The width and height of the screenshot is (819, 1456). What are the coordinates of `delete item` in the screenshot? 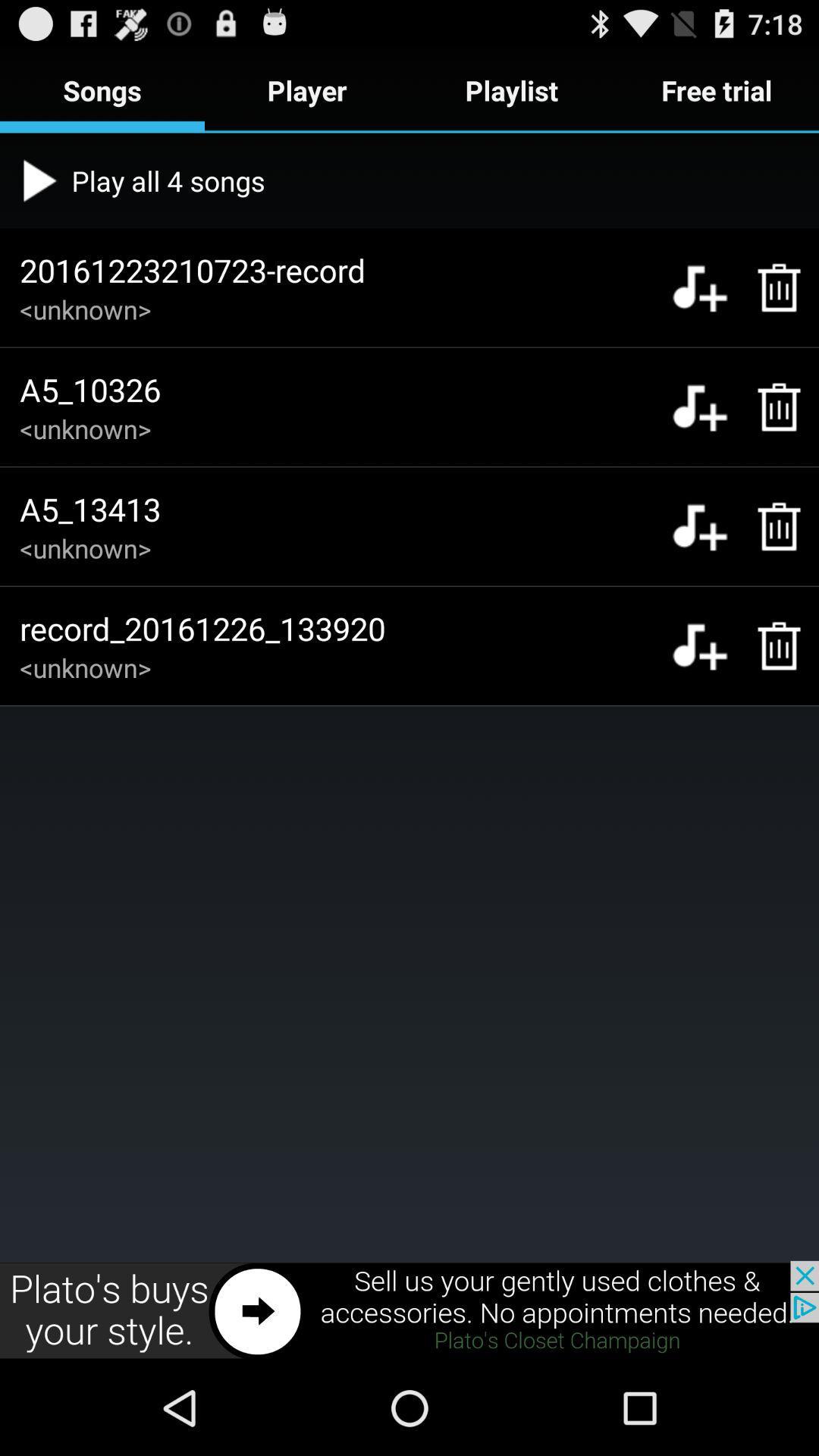 It's located at (771, 287).